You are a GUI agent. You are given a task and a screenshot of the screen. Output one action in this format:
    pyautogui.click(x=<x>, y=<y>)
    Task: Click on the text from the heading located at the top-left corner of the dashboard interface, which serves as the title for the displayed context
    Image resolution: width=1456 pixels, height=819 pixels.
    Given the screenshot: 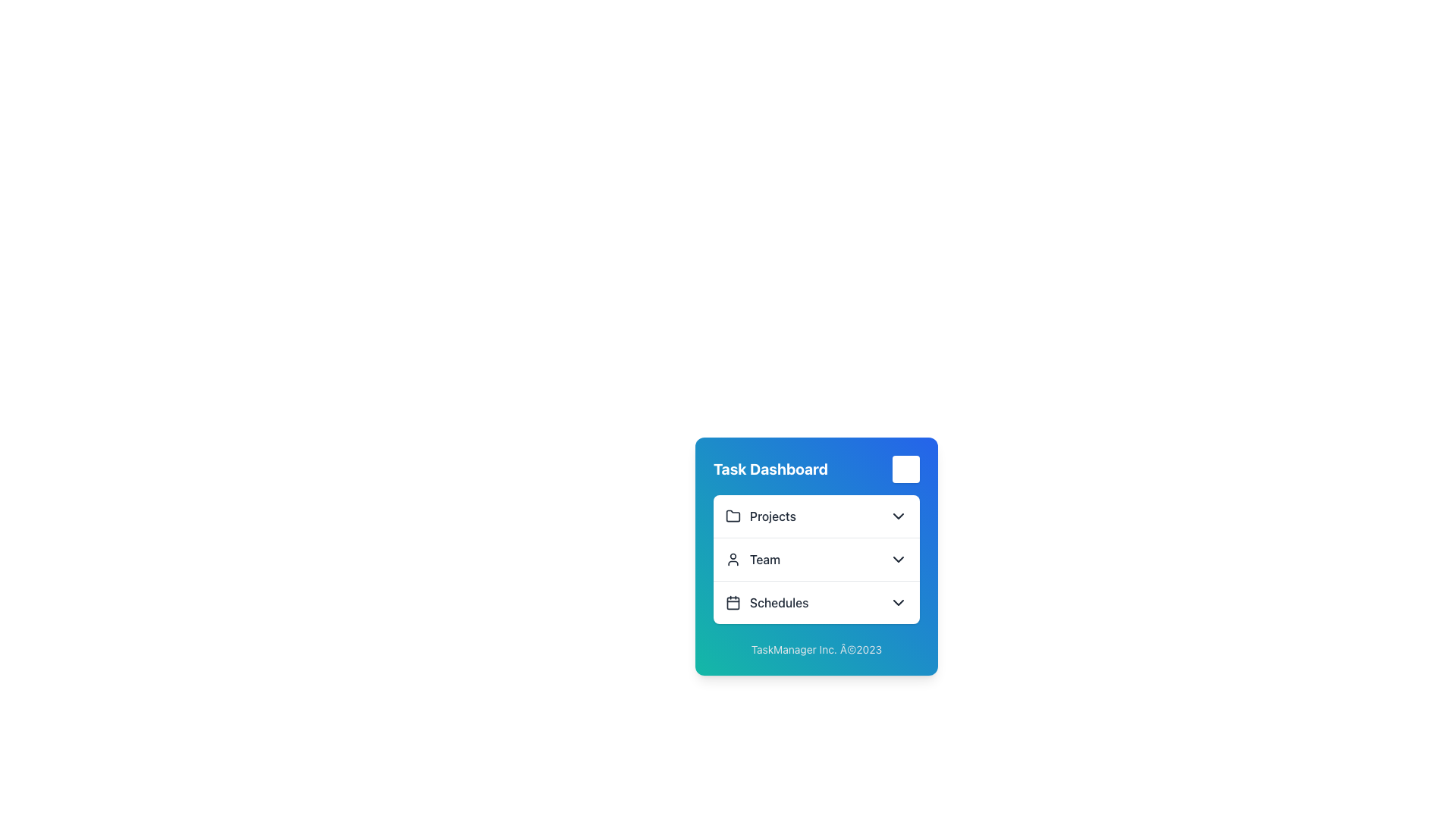 What is the action you would take?
    pyautogui.click(x=770, y=468)
    